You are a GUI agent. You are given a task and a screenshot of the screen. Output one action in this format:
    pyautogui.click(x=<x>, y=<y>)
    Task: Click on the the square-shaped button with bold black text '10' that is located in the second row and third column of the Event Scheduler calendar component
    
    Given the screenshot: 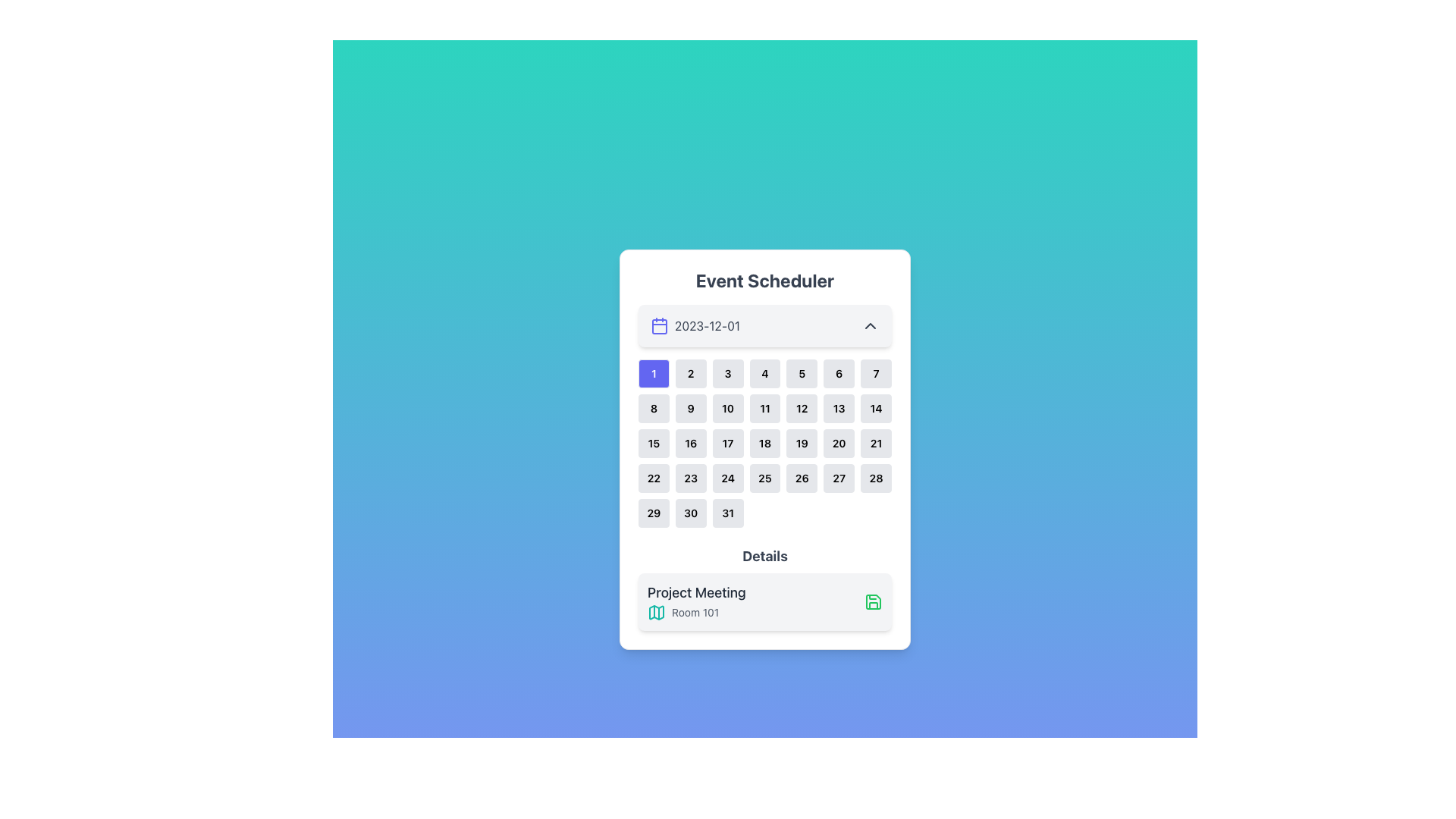 What is the action you would take?
    pyautogui.click(x=728, y=408)
    